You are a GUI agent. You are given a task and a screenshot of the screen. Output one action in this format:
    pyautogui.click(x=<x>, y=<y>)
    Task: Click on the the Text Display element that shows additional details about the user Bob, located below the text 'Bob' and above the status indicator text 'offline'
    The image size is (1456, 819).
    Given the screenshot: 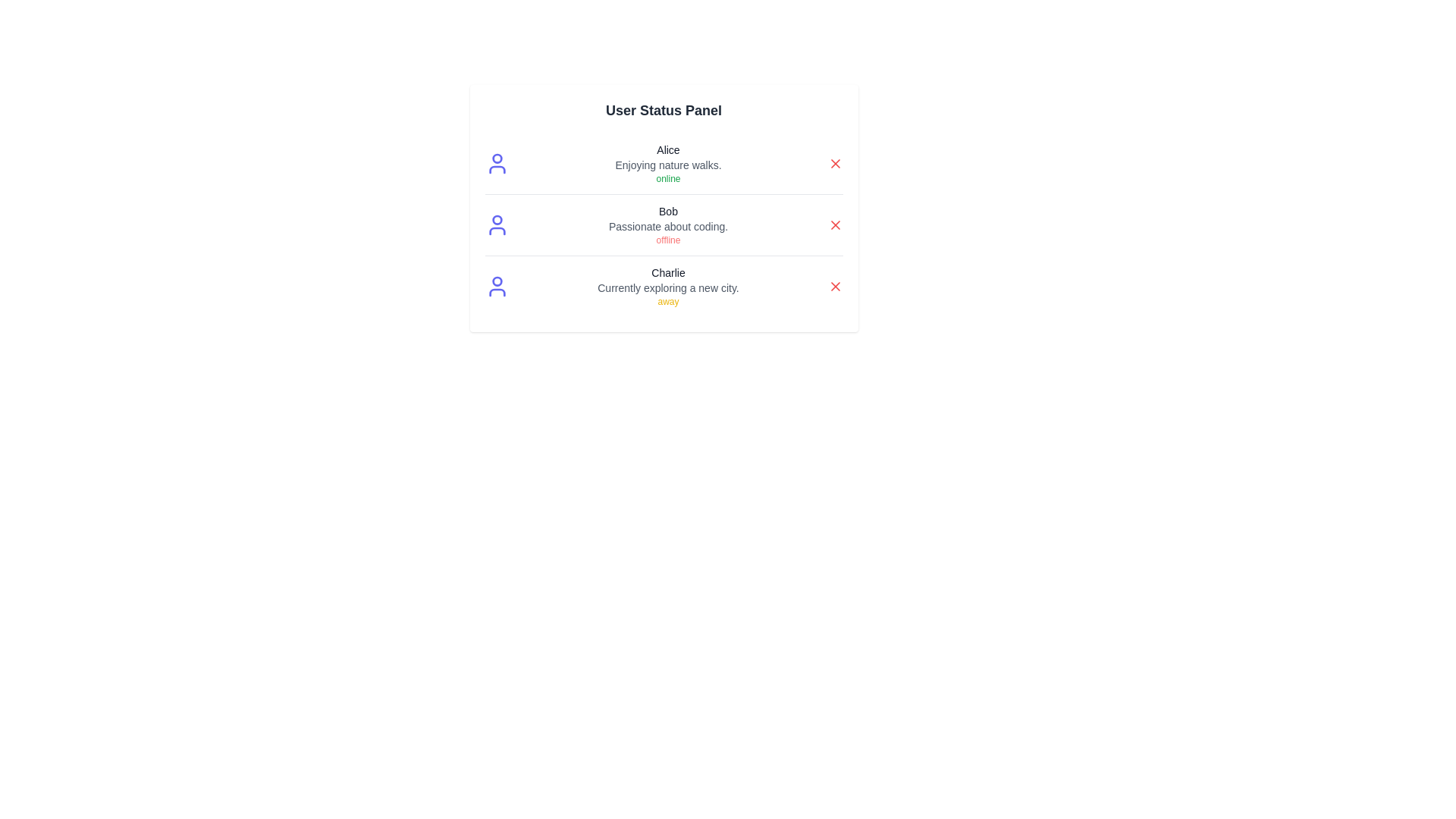 What is the action you would take?
    pyautogui.click(x=667, y=227)
    